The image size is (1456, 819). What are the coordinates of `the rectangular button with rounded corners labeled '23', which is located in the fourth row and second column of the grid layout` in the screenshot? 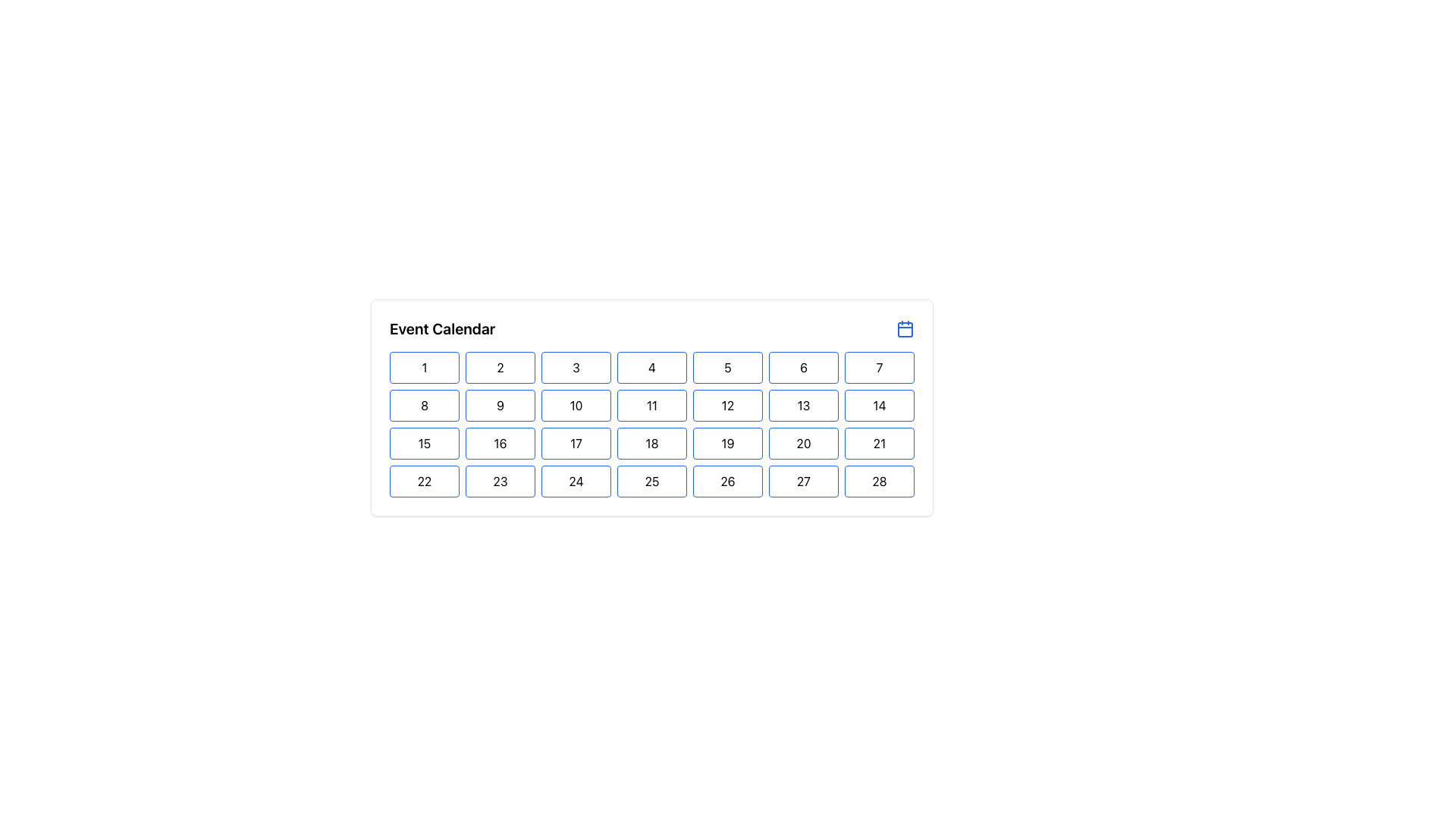 It's located at (500, 482).